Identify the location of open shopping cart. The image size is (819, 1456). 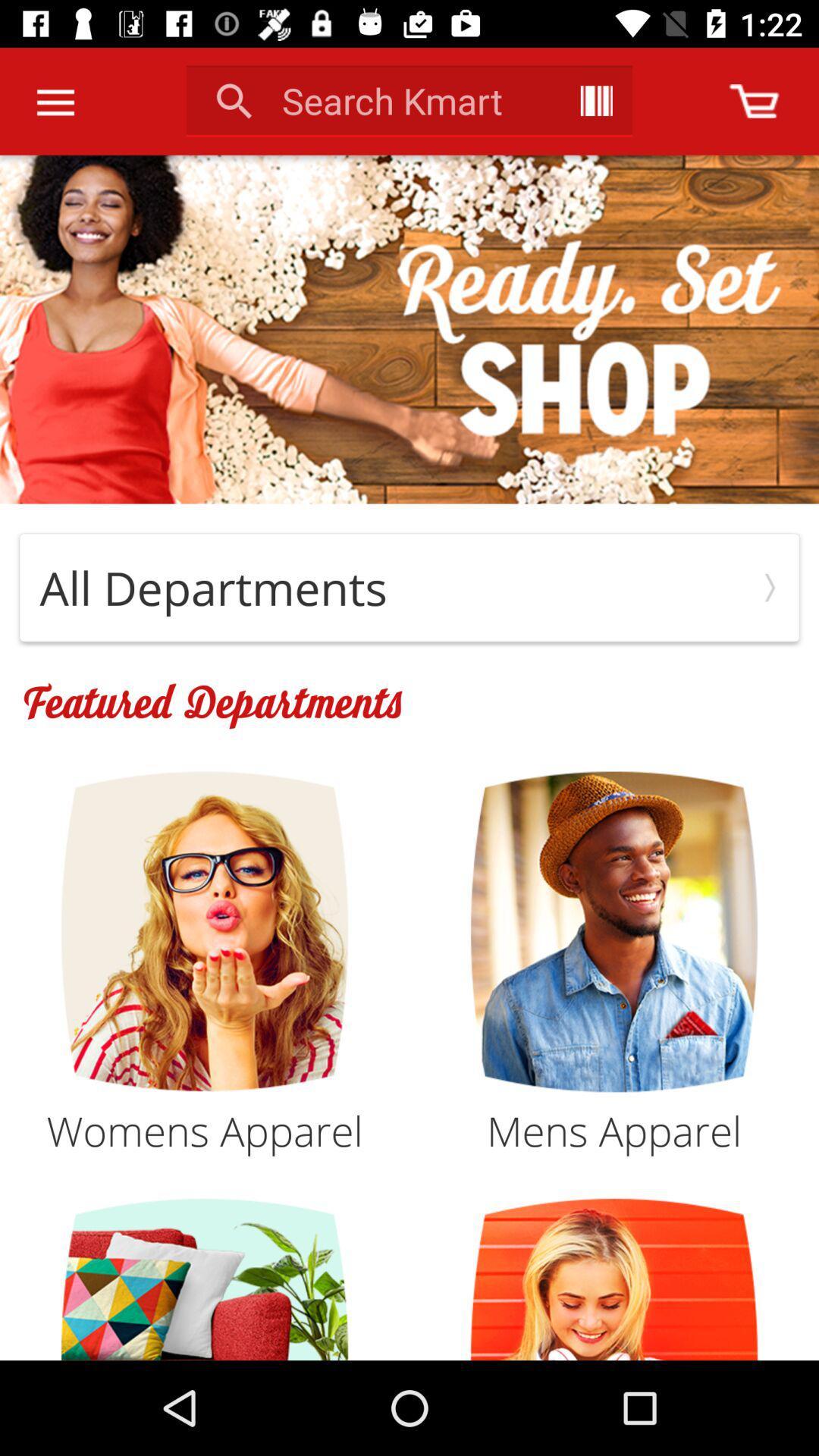
(754, 100).